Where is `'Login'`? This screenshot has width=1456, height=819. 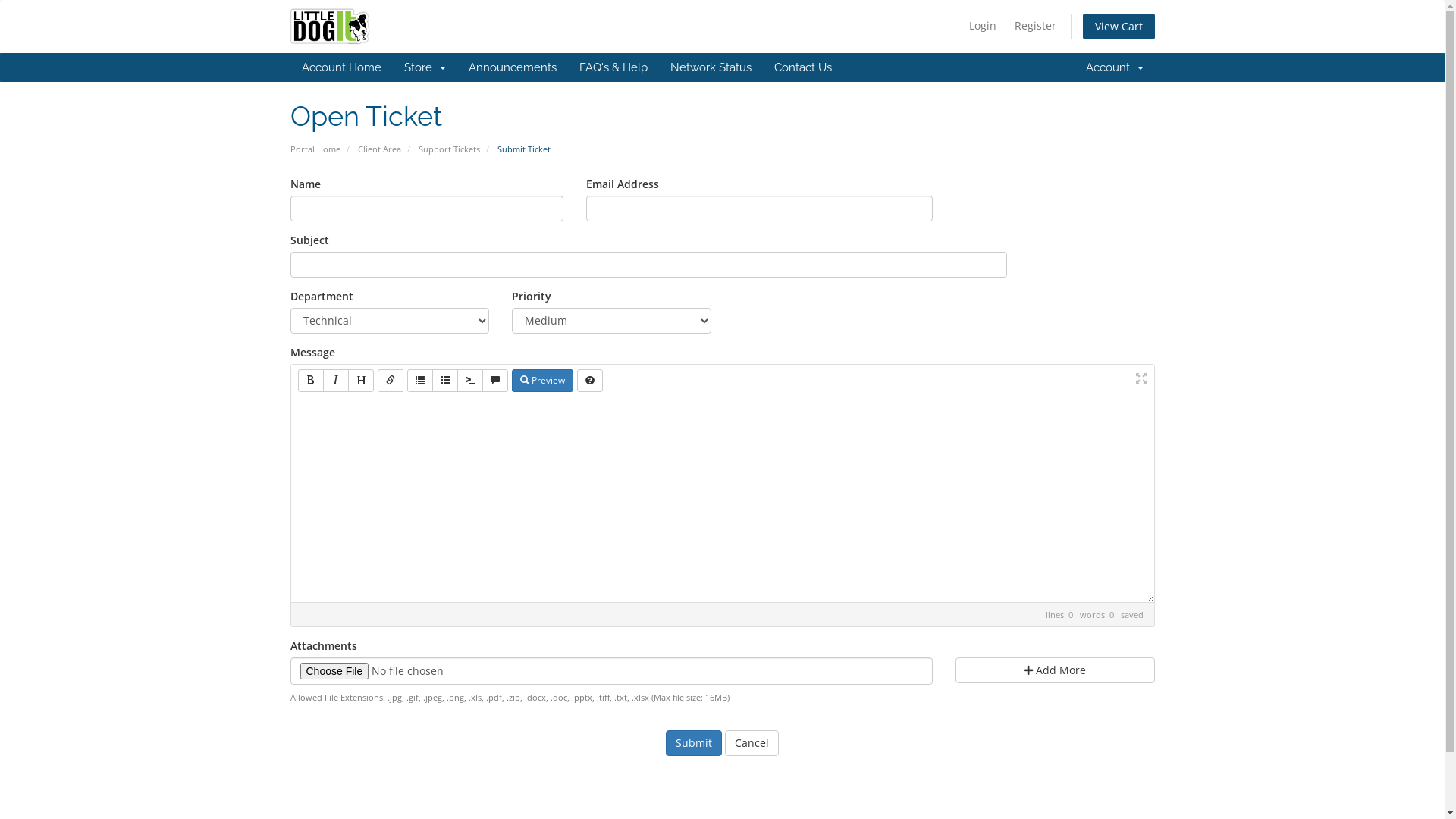
'Login' is located at coordinates (983, 26).